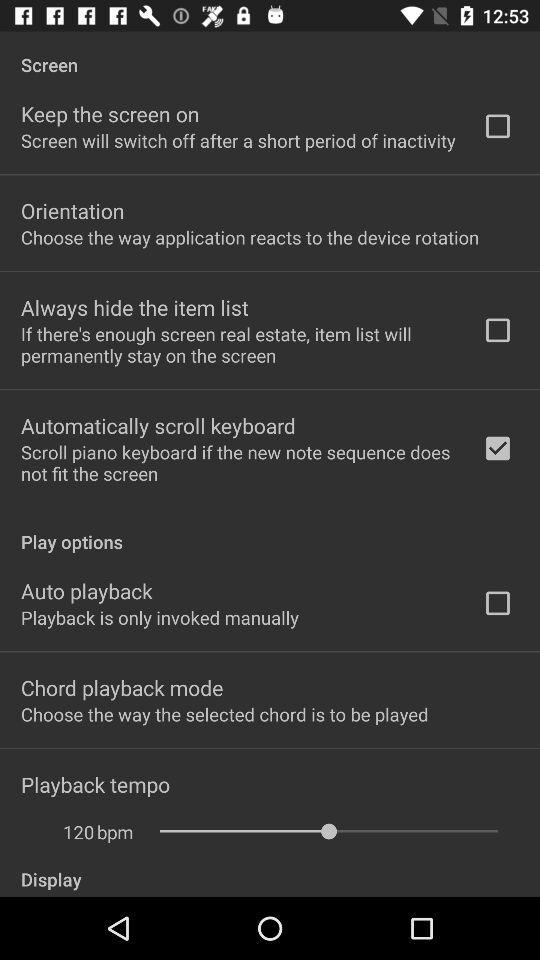 Image resolution: width=540 pixels, height=960 pixels. What do you see at coordinates (85, 590) in the screenshot?
I see `the app above the playback is only icon` at bounding box center [85, 590].